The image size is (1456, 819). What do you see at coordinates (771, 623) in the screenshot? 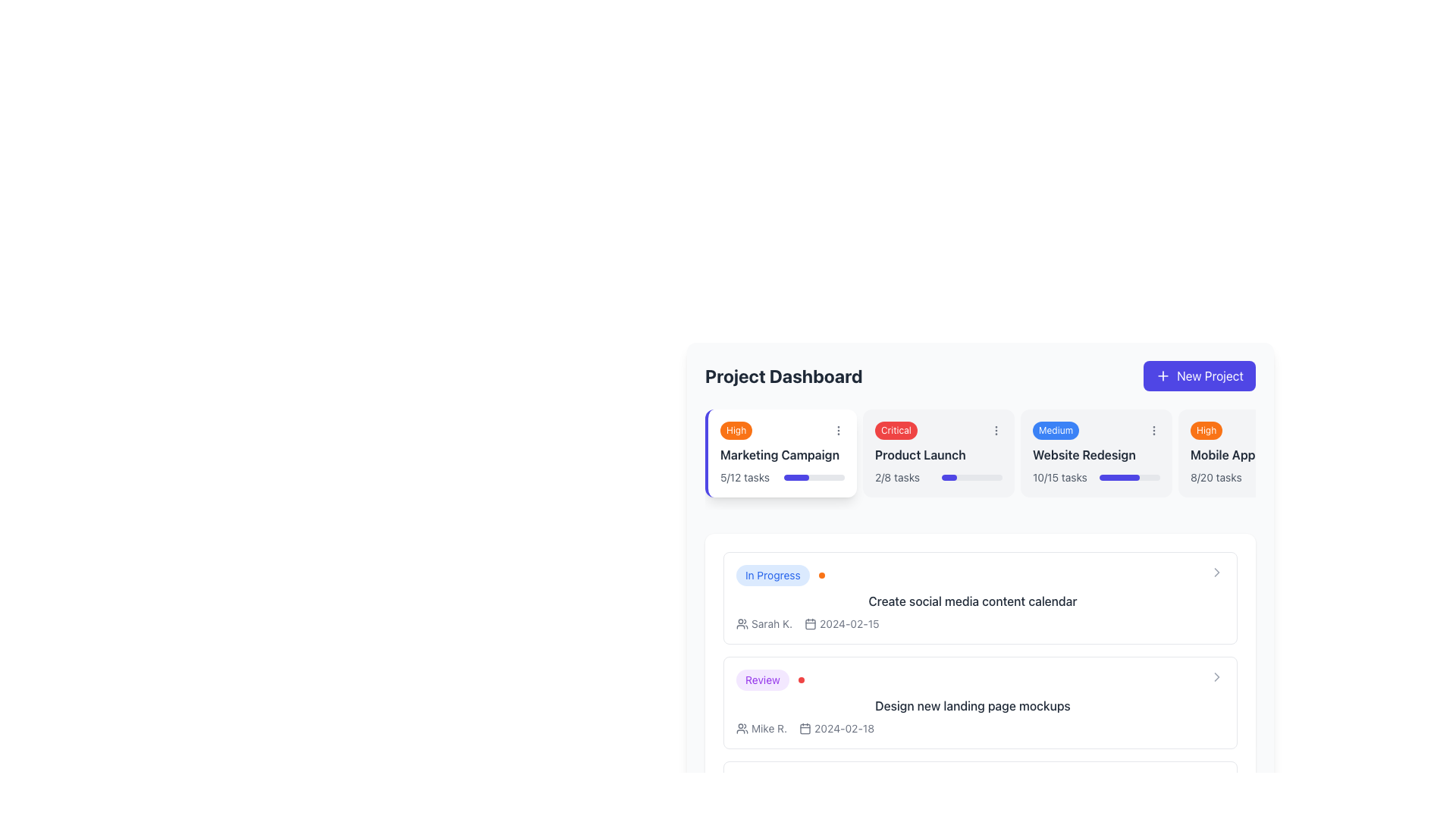
I see `the text label that displays the name or identifier associated with a user or task assignee, located below the 'In Progress' tag within the task card section and to the immediate right of a small user icon illustration` at bounding box center [771, 623].